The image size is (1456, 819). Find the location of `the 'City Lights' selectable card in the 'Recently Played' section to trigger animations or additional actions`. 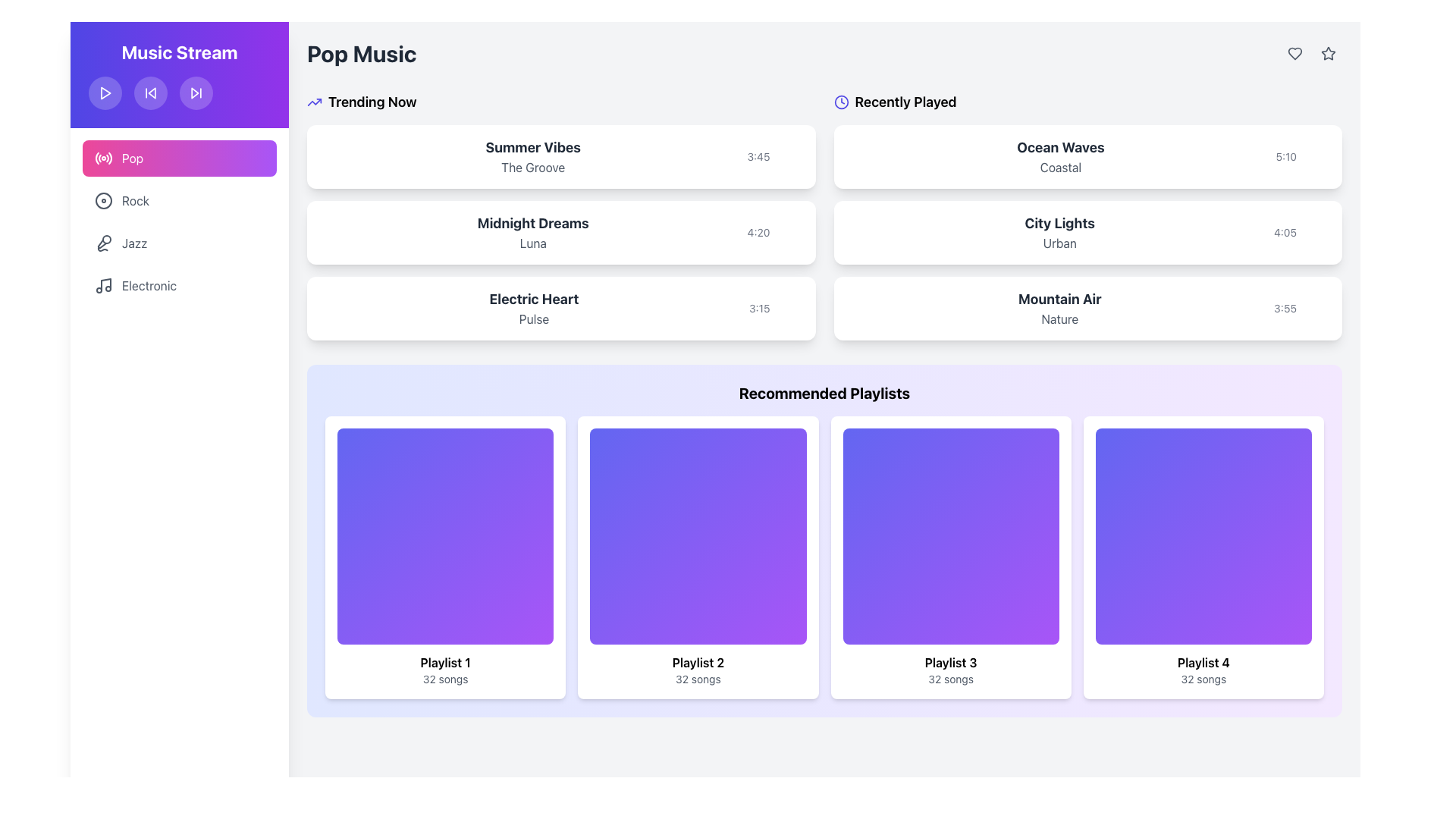

the 'City Lights' selectable card in the 'Recently Played' section to trigger animations or additional actions is located at coordinates (1087, 233).